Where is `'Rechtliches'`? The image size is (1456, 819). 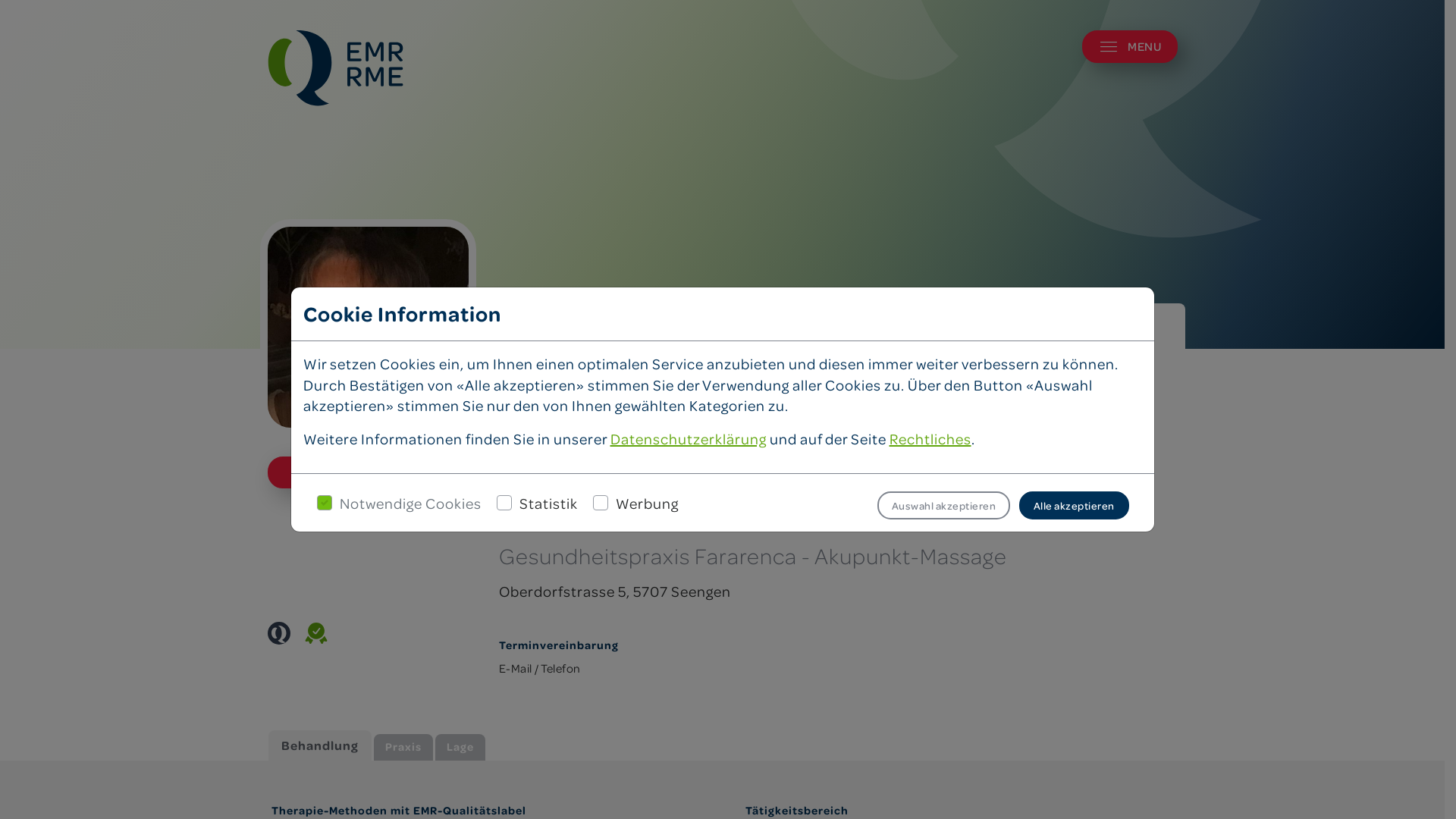
'Rechtliches' is located at coordinates (888, 438).